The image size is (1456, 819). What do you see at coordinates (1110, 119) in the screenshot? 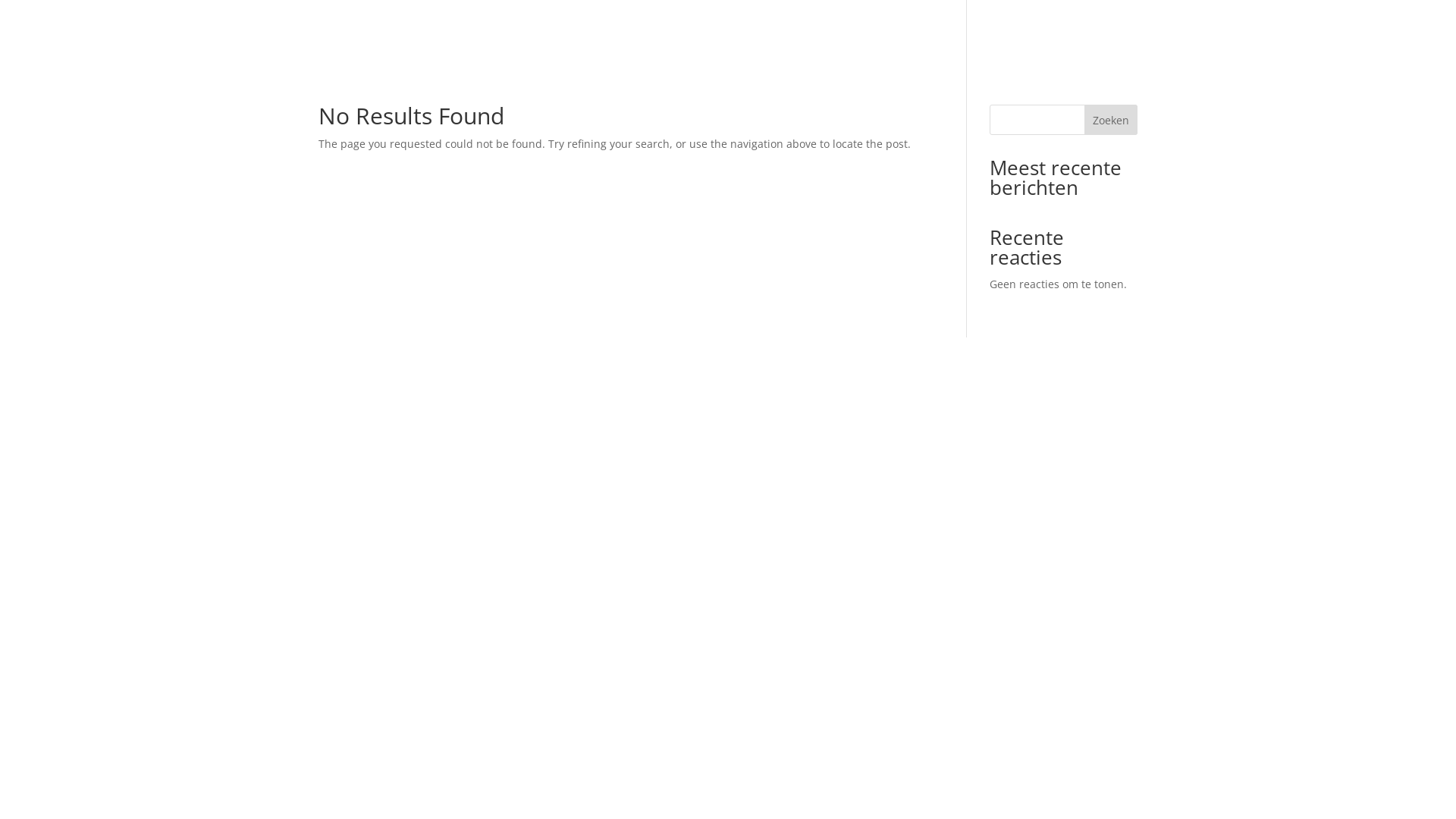
I see `'Zoeken'` at bounding box center [1110, 119].